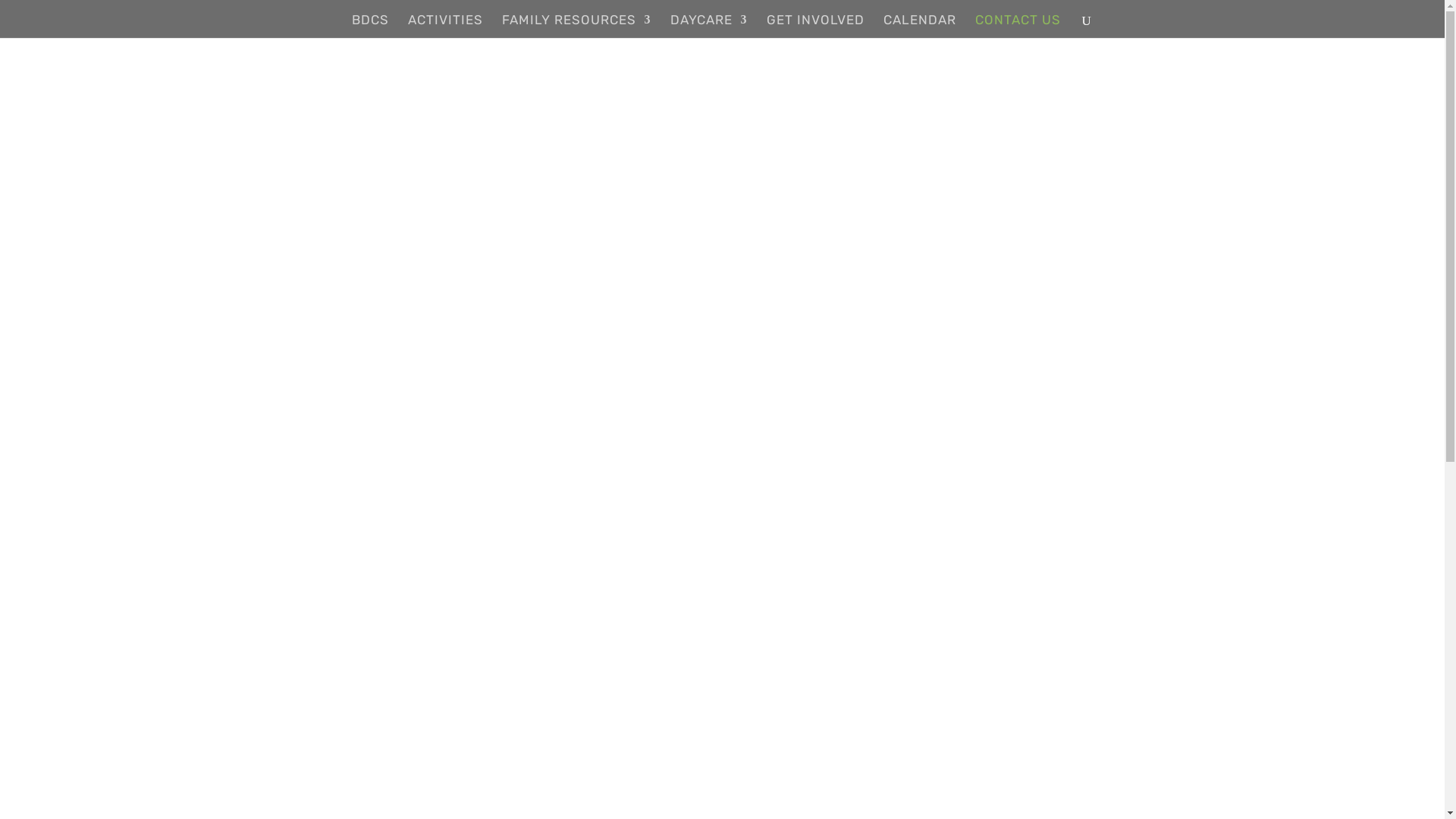 The width and height of the screenshot is (1456, 819). Describe the element at coordinates (576, 26) in the screenshot. I see `'FAMILY RESOURCES'` at that location.